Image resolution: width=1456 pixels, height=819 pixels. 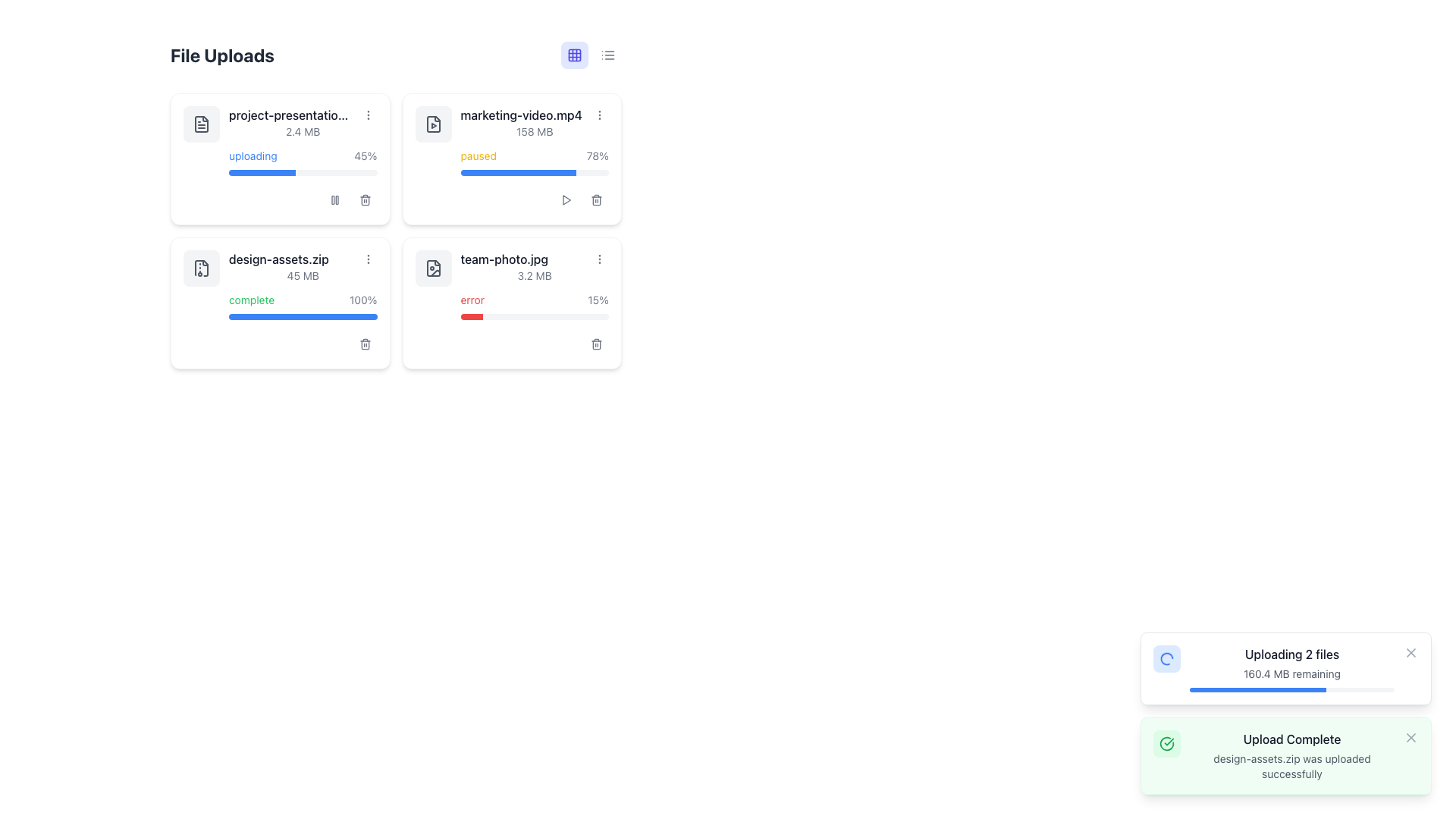 I want to click on the Text label that informs the user about the ongoing process of uploading two files, located in the upper section of the notification card, so click(x=1291, y=654).